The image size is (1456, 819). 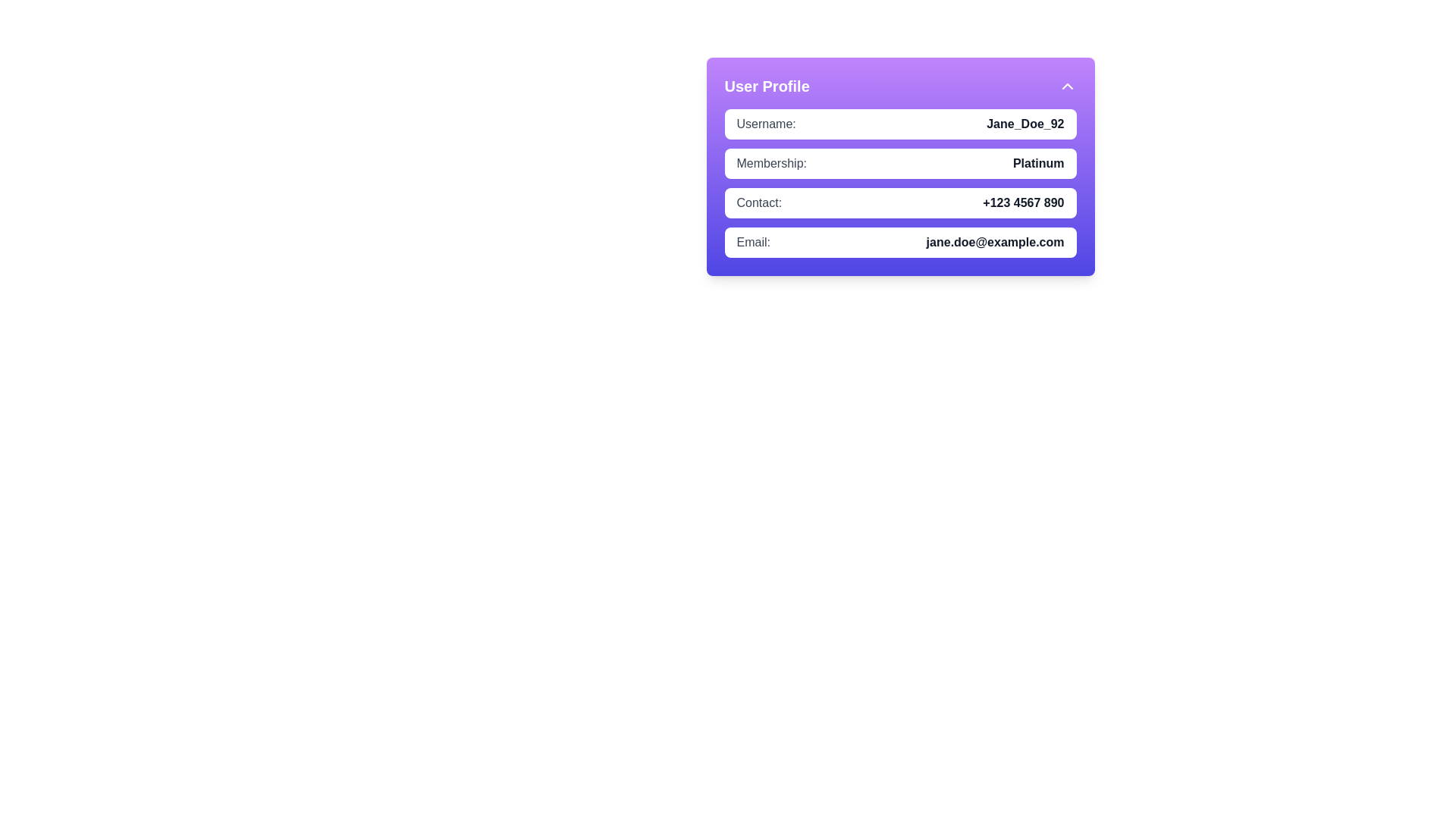 What do you see at coordinates (753, 242) in the screenshot?
I see `the text label reading 'Email:' which is styled in gray and located on the left side of the user profile card` at bounding box center [753, 242].